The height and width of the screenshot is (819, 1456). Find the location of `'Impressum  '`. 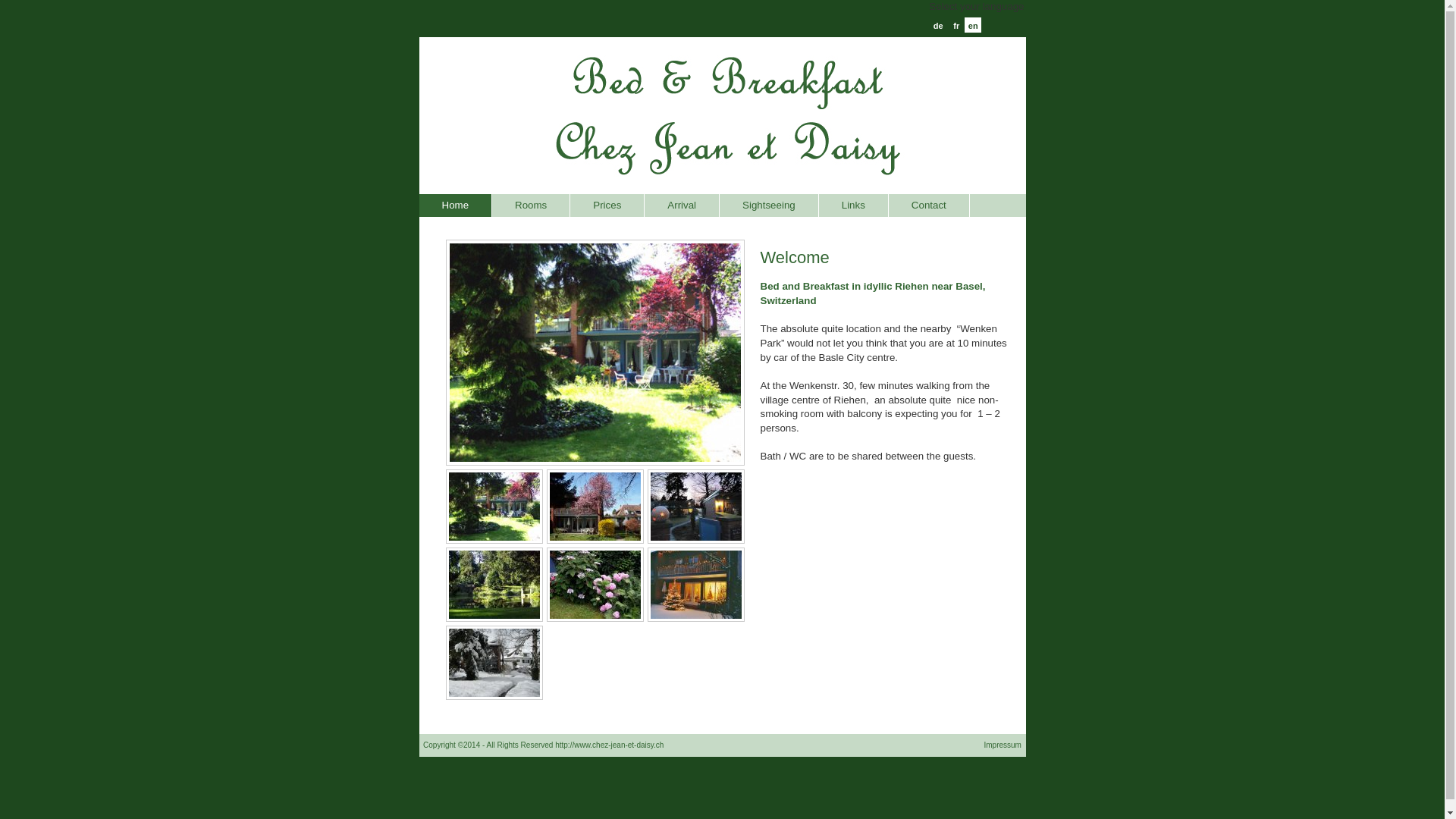

'Impressum  ' is located at coordinates (1004, 744).